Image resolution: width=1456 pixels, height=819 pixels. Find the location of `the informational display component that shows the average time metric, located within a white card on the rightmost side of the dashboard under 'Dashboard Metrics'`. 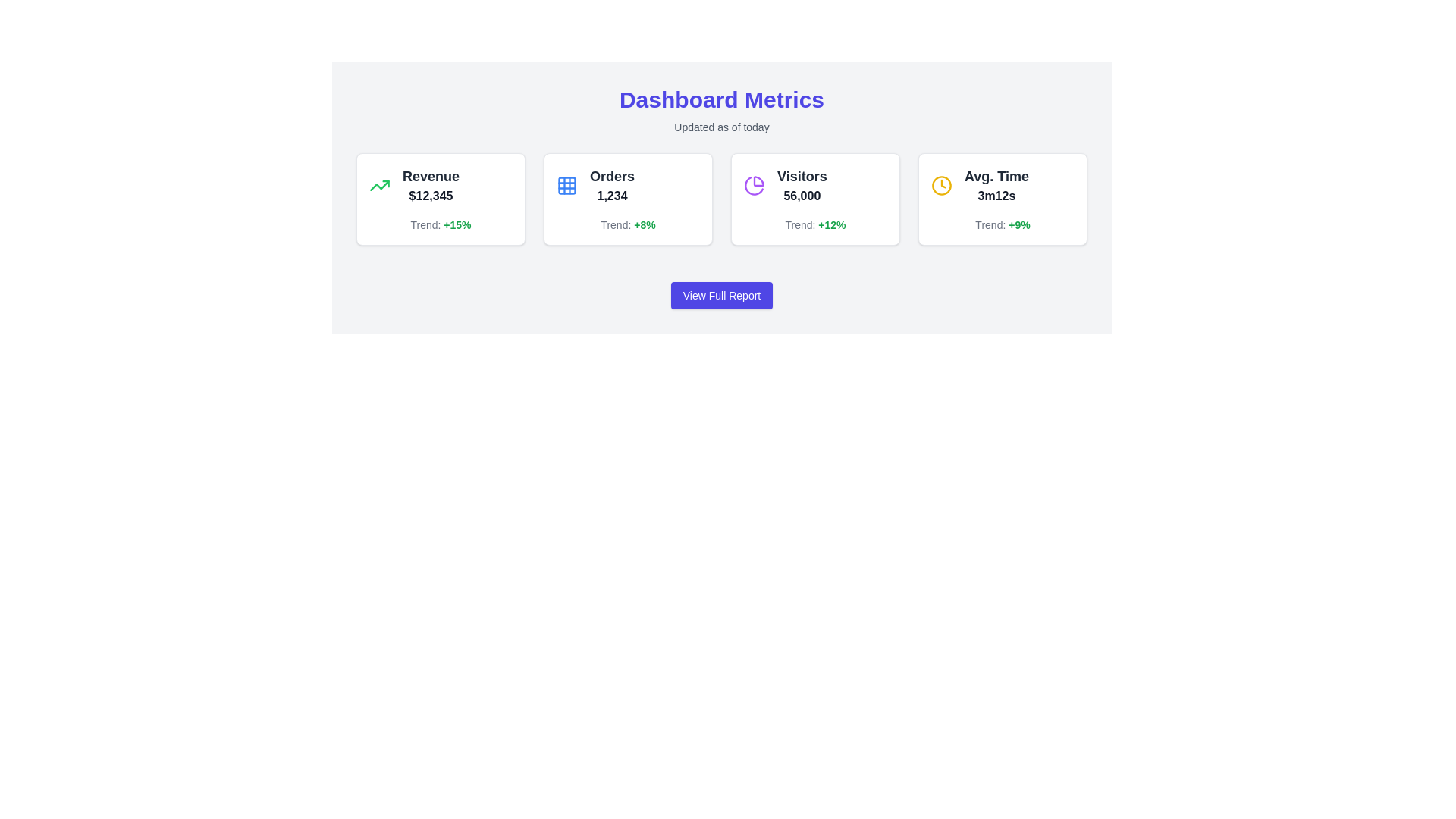

the informational display component that shows the average time metric, located within a white card on the rightmost side of the dashboard under 'Dashboard Metrics' is located at coordinates (1003, 185).